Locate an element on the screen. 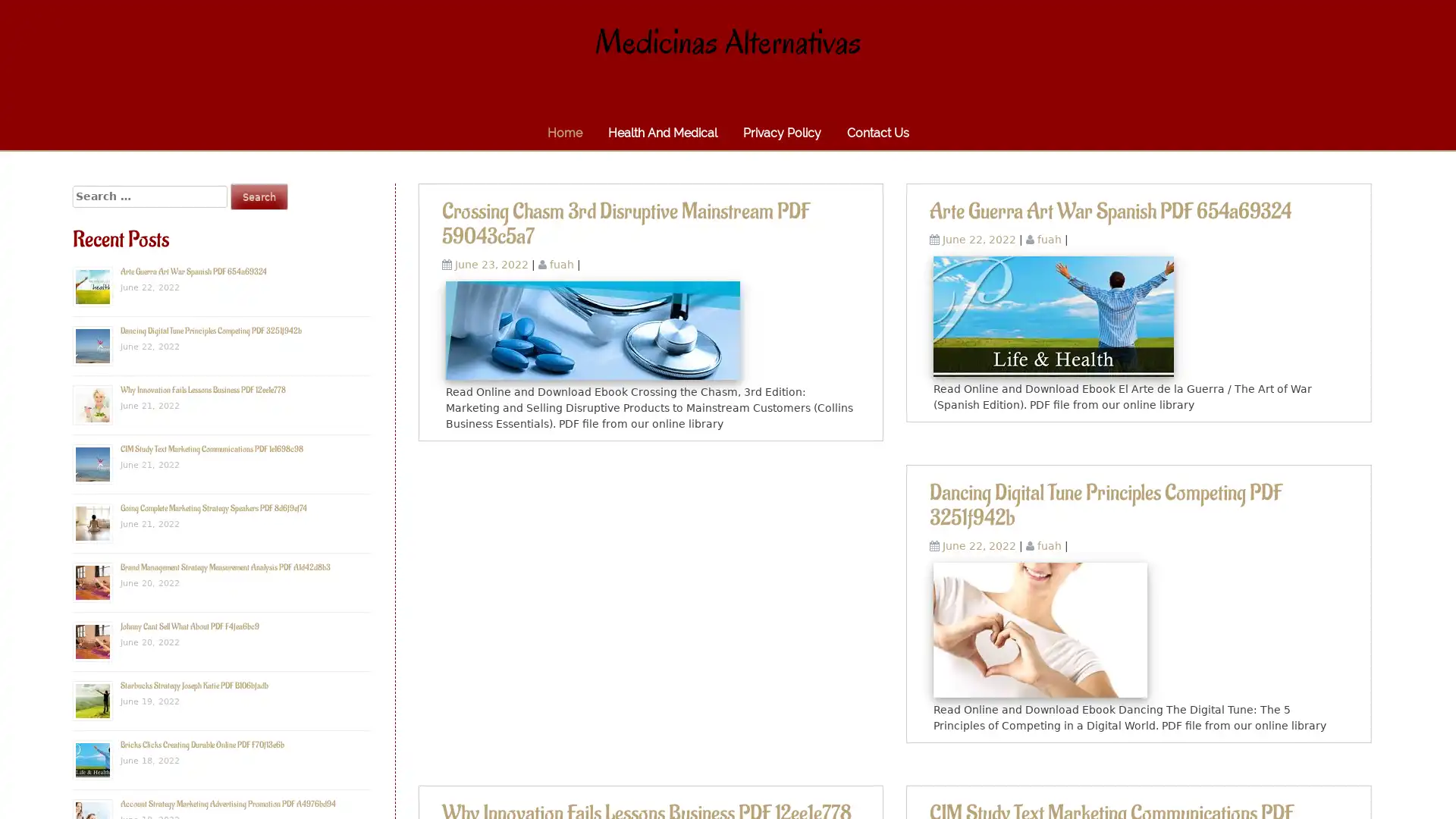 The height and width of the screenshot is (819, 1456). Search is located at coordinates (259, 196).